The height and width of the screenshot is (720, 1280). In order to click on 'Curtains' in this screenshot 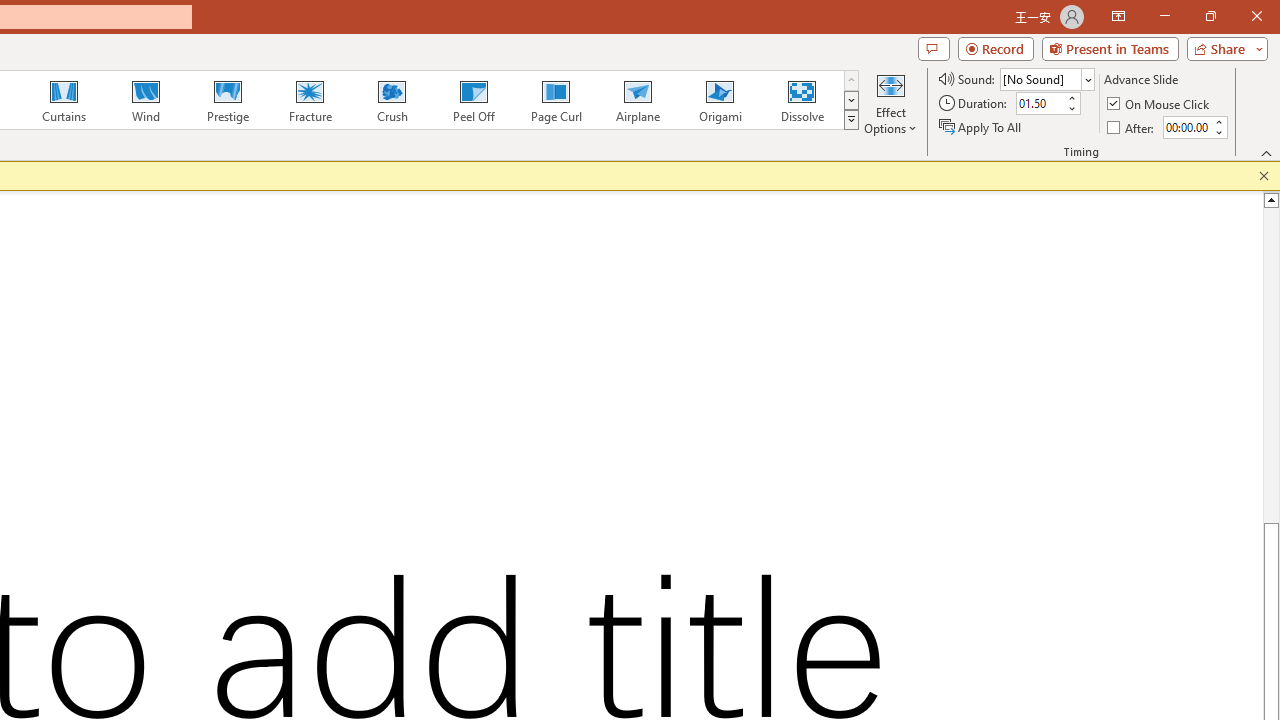, I will do `click(64, 100)`.